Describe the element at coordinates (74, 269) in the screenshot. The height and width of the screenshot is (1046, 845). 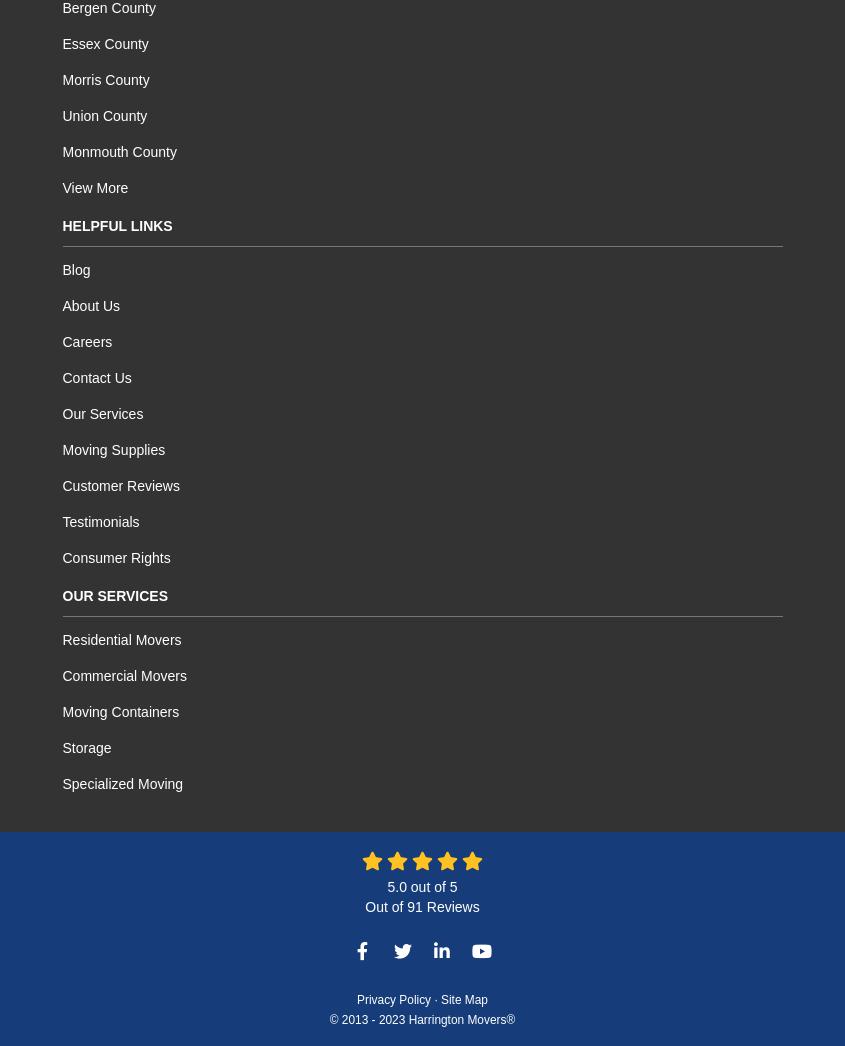
I see `'Blog'` at that location.